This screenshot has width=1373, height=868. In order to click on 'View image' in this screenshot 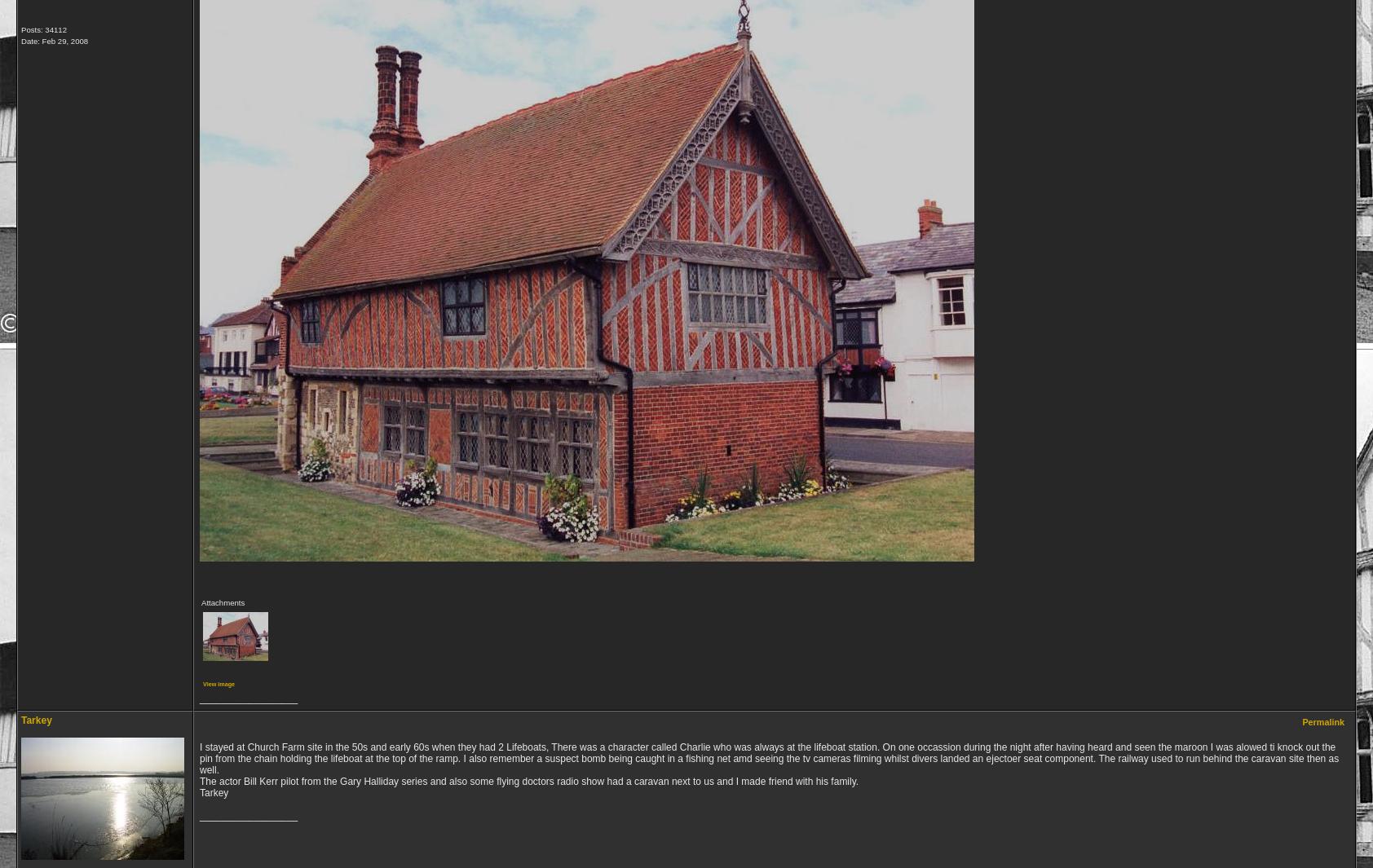, I will do `click(219, 684)`.